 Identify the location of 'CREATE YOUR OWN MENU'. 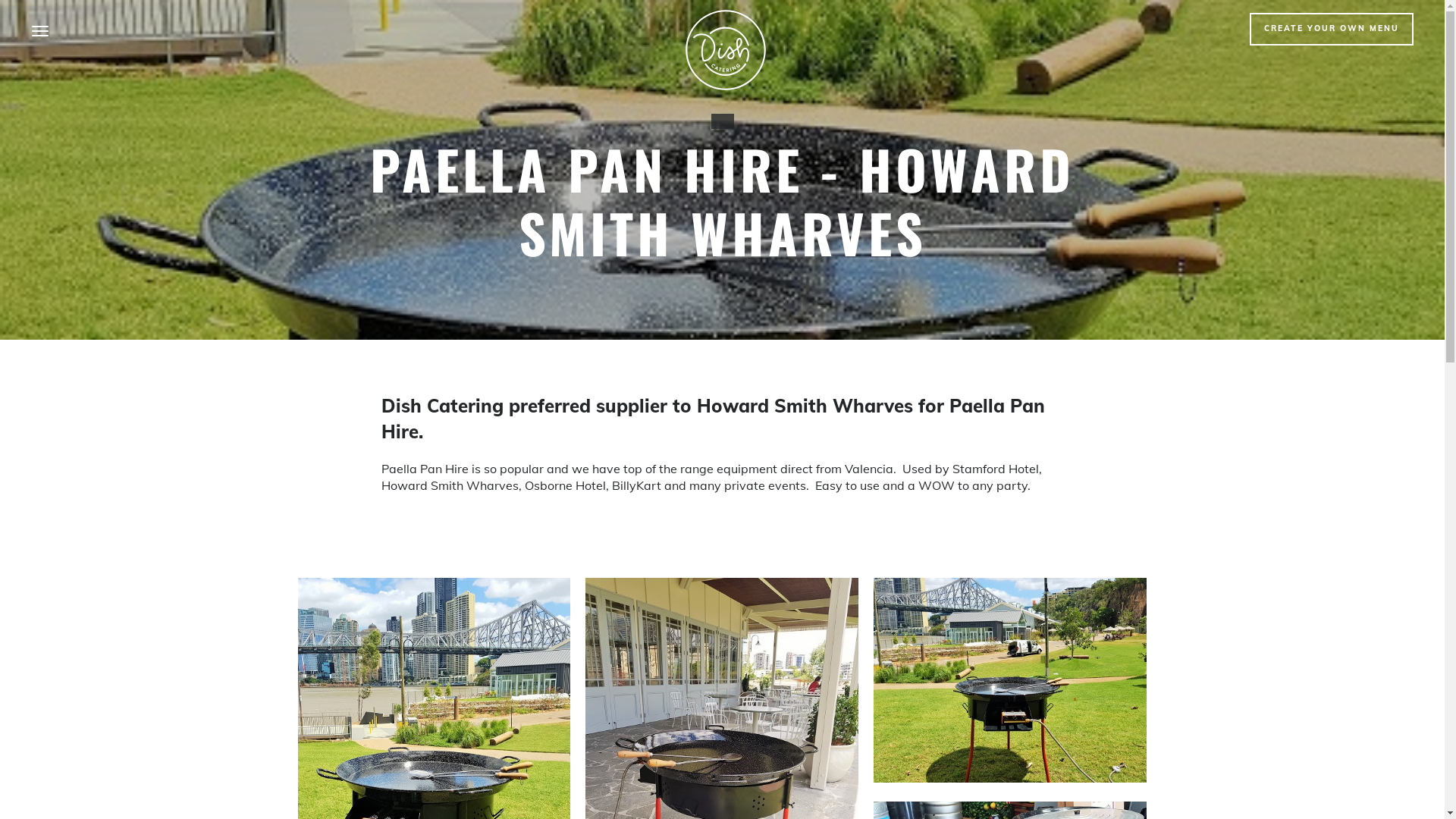
(1331, 29).